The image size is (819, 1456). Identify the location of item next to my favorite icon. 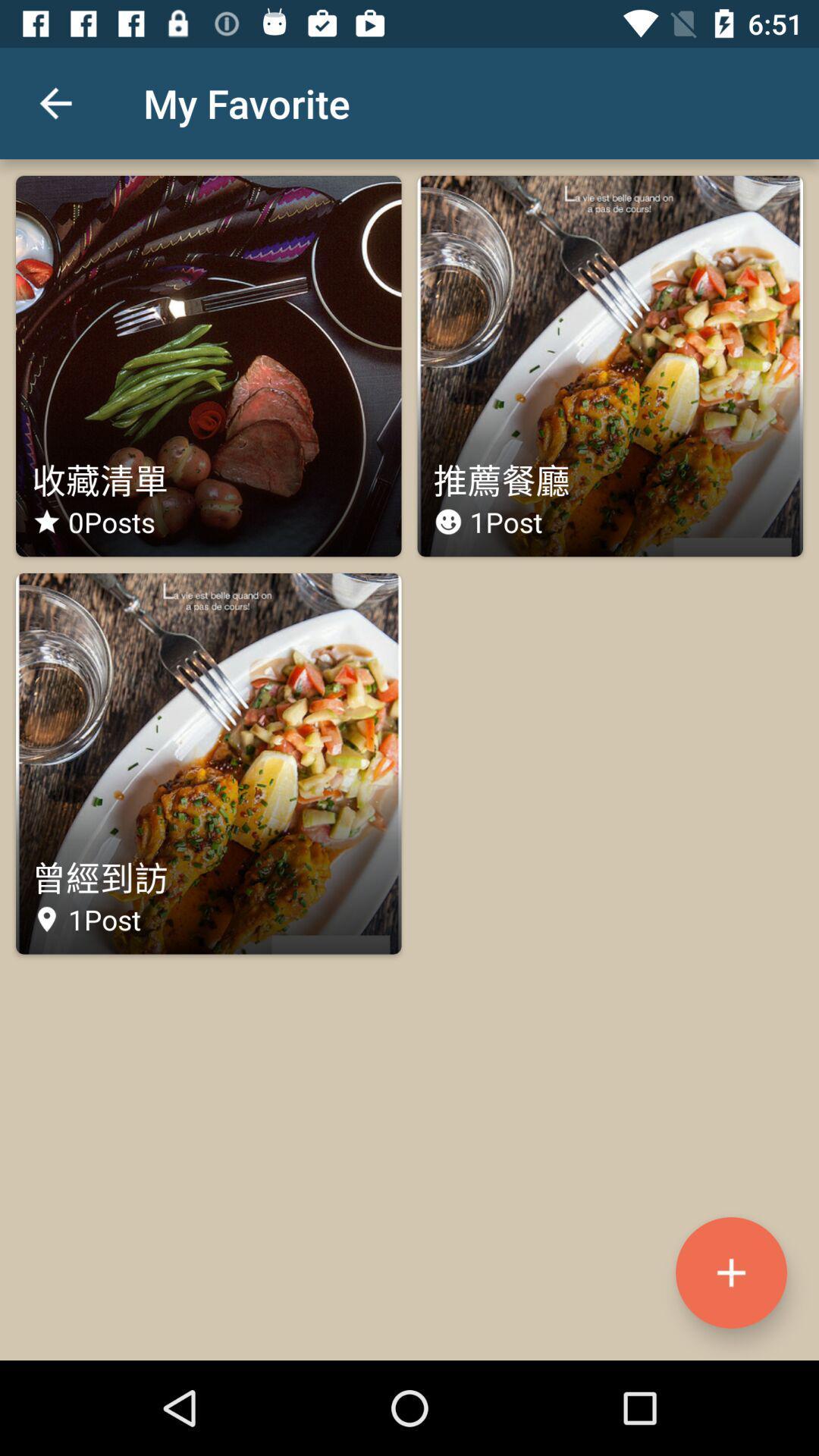
(55, 102).